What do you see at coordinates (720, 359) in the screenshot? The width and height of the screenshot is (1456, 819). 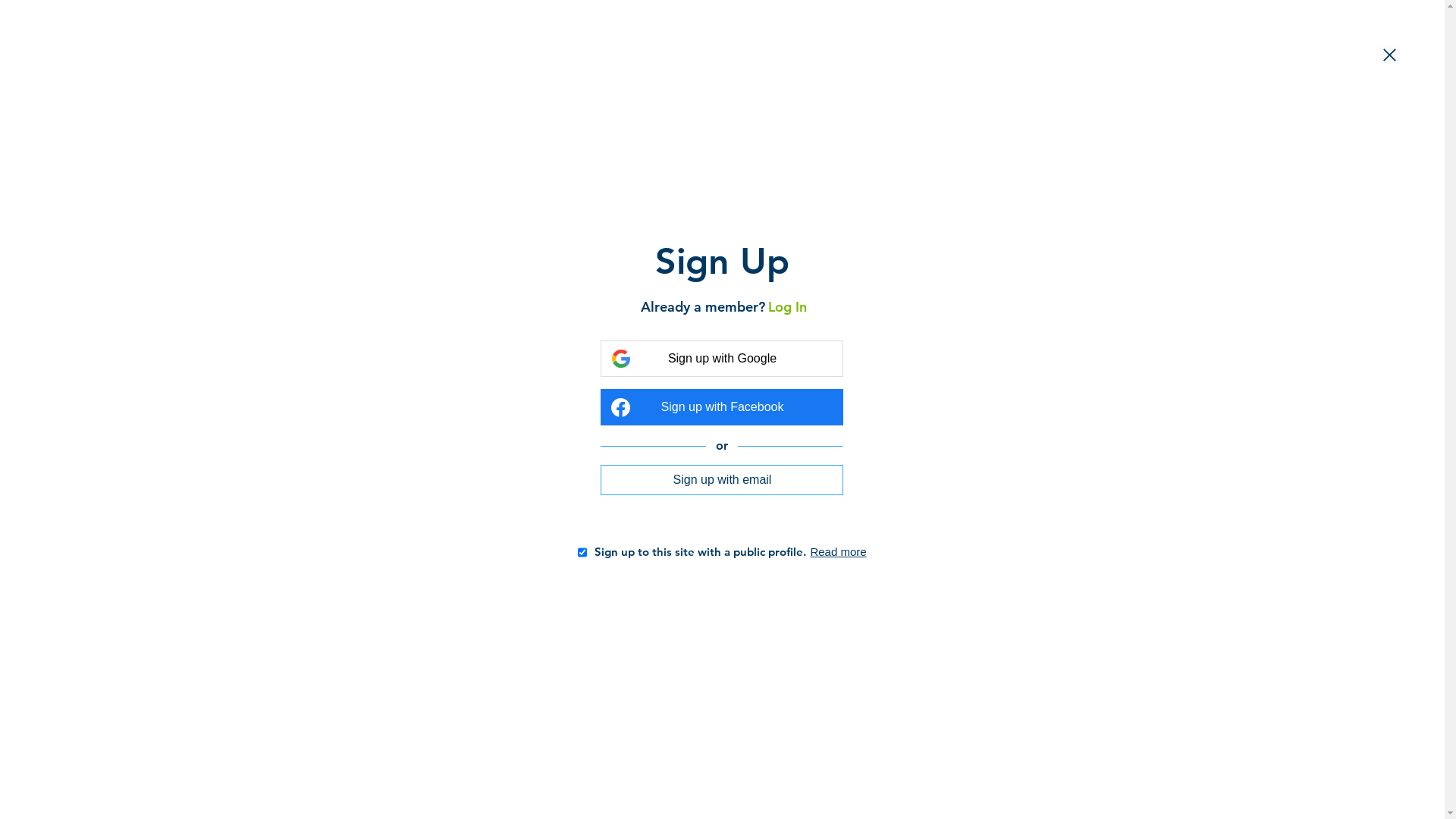 I see `'Sign up with Google'` at bounding box center [720, 359].